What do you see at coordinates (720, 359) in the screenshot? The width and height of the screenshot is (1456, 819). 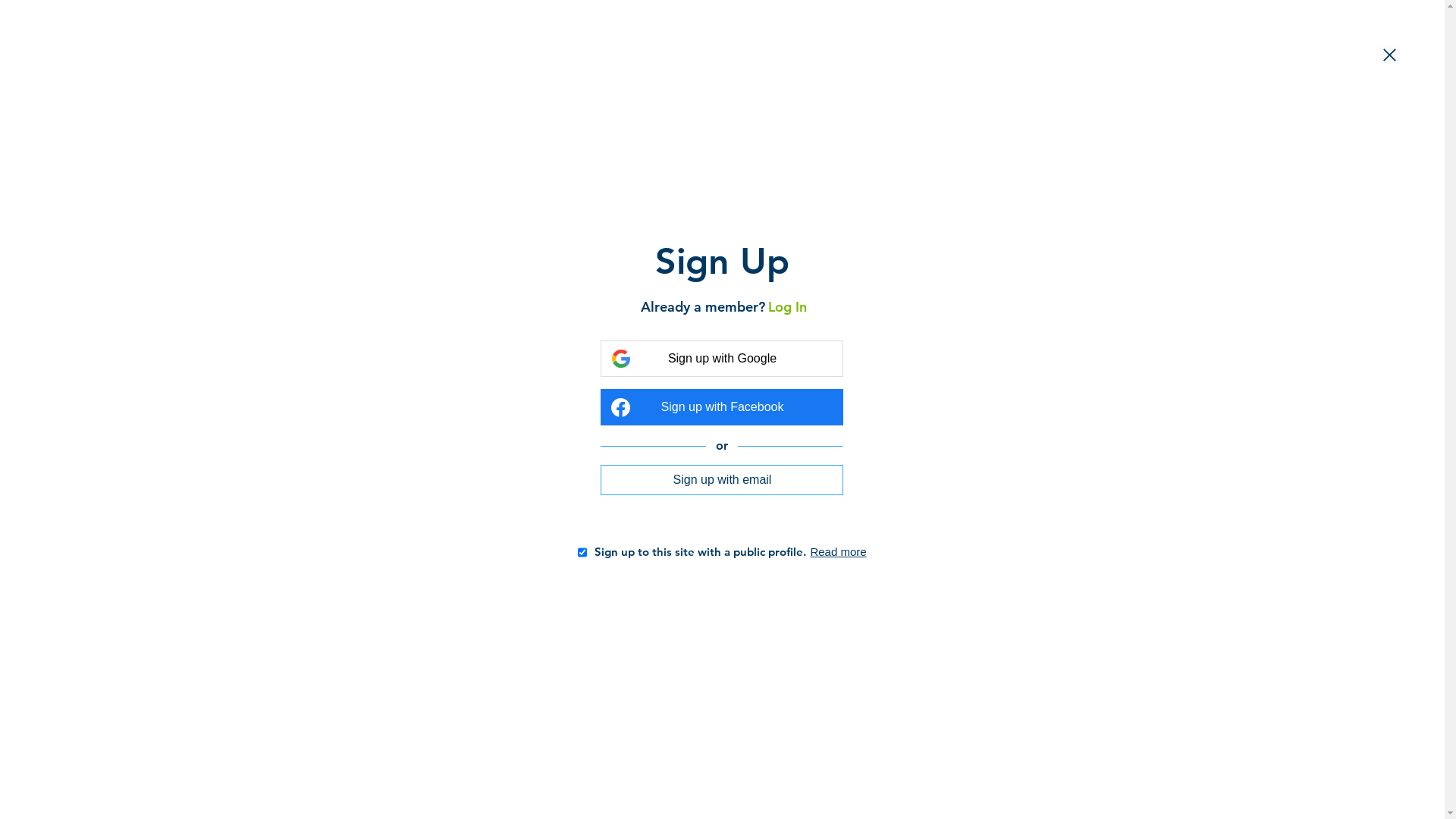 I see `'Sign up with Google'` at bounding box center [720, 359].